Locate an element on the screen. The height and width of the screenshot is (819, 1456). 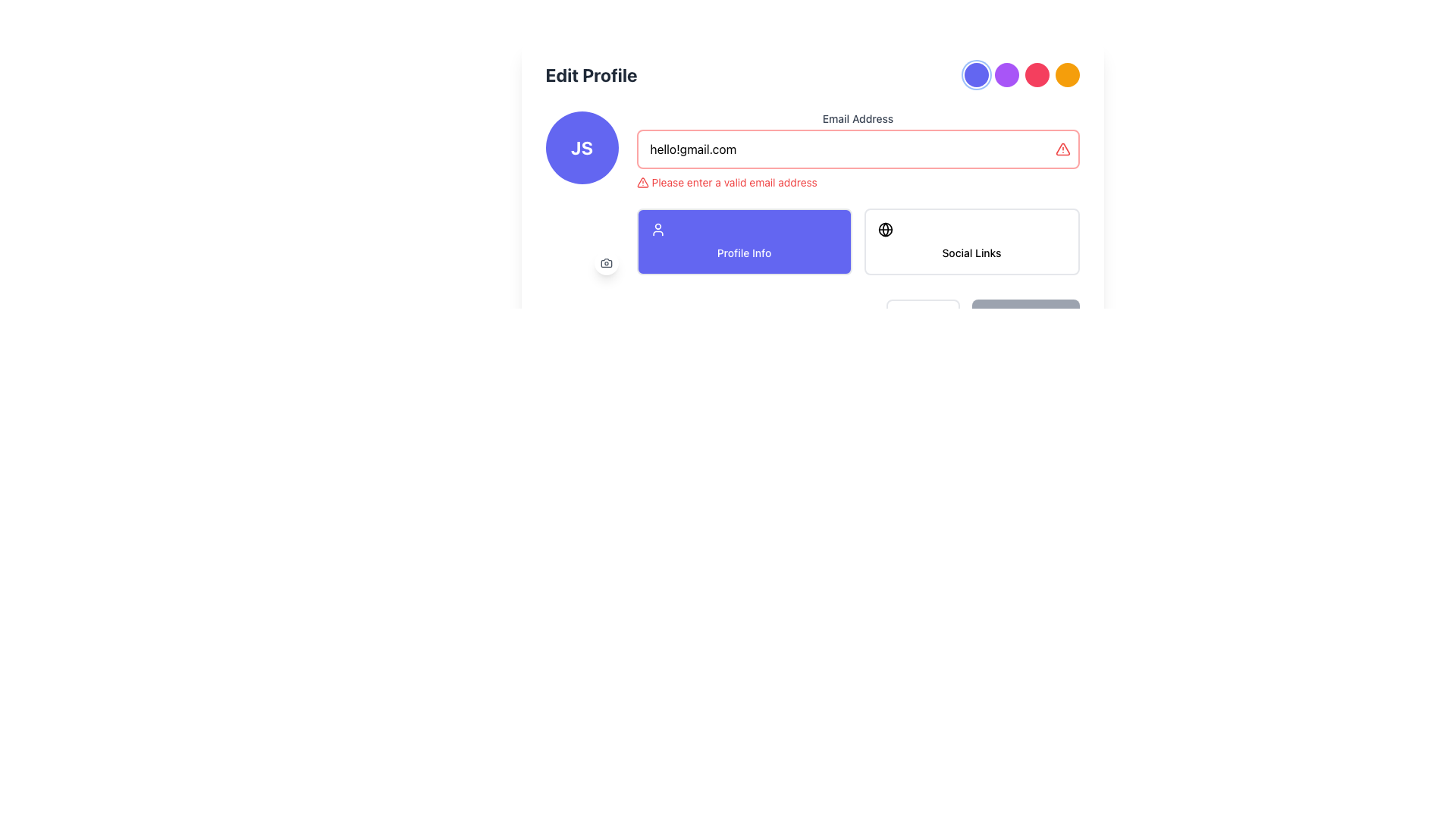
the button located in the bottom-right corner of the circular profile picture area to update or edit the profile picture is located at coordinates (605, 262).